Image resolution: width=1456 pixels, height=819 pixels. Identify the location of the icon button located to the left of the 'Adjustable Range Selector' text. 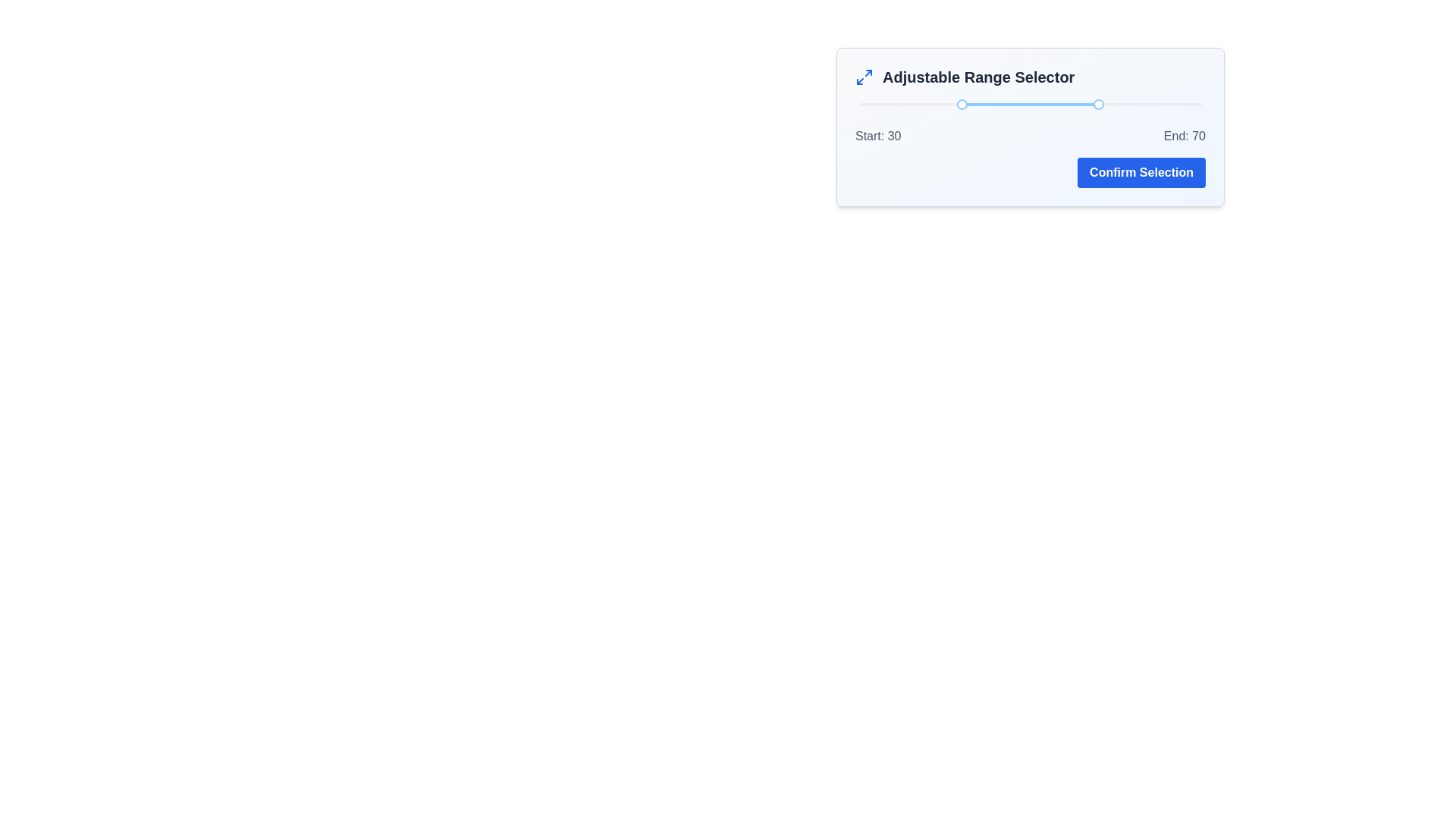
(864, 77).